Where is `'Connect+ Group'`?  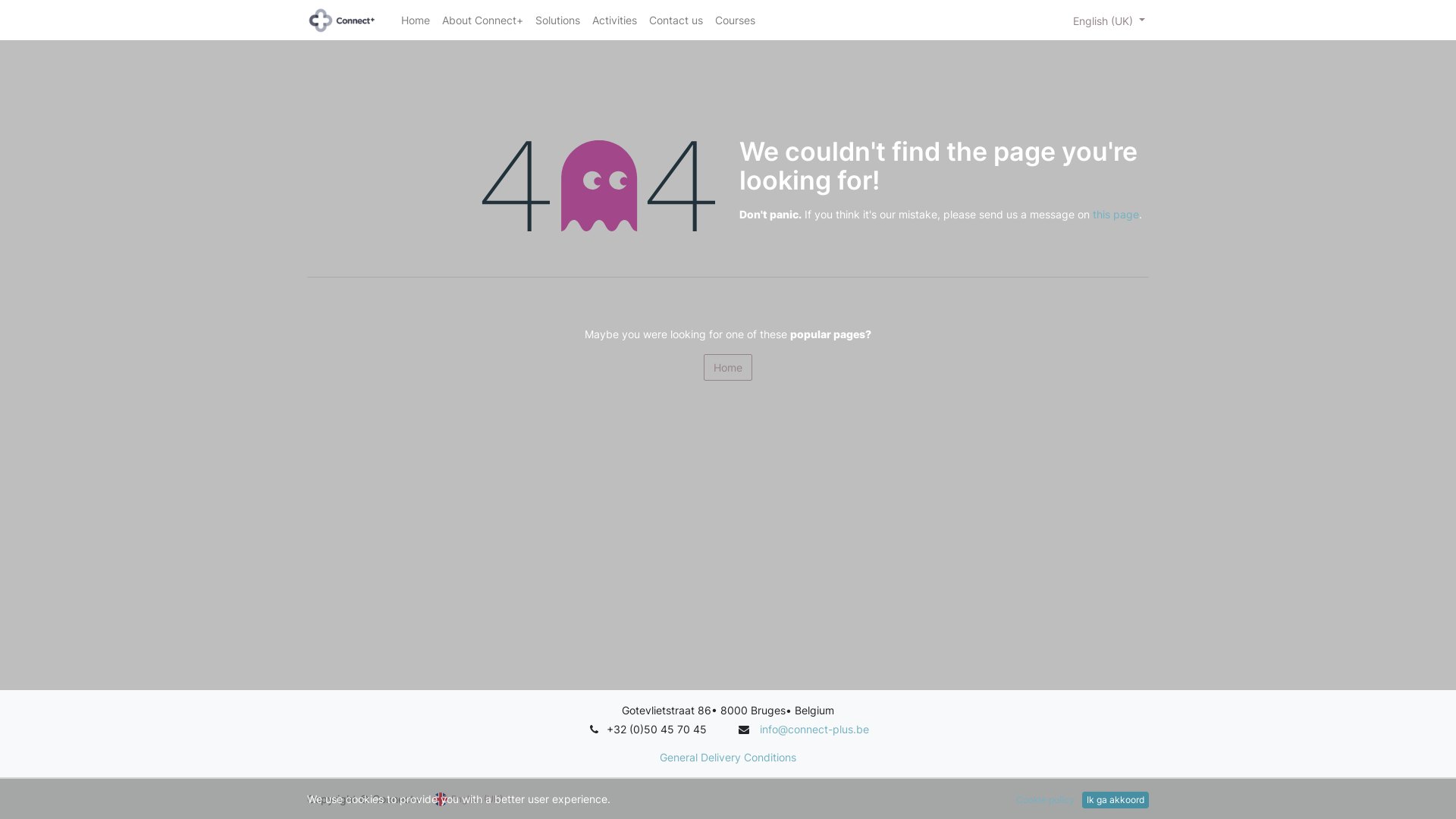 'Connect+ Group' is located at coordinates (341, 20).